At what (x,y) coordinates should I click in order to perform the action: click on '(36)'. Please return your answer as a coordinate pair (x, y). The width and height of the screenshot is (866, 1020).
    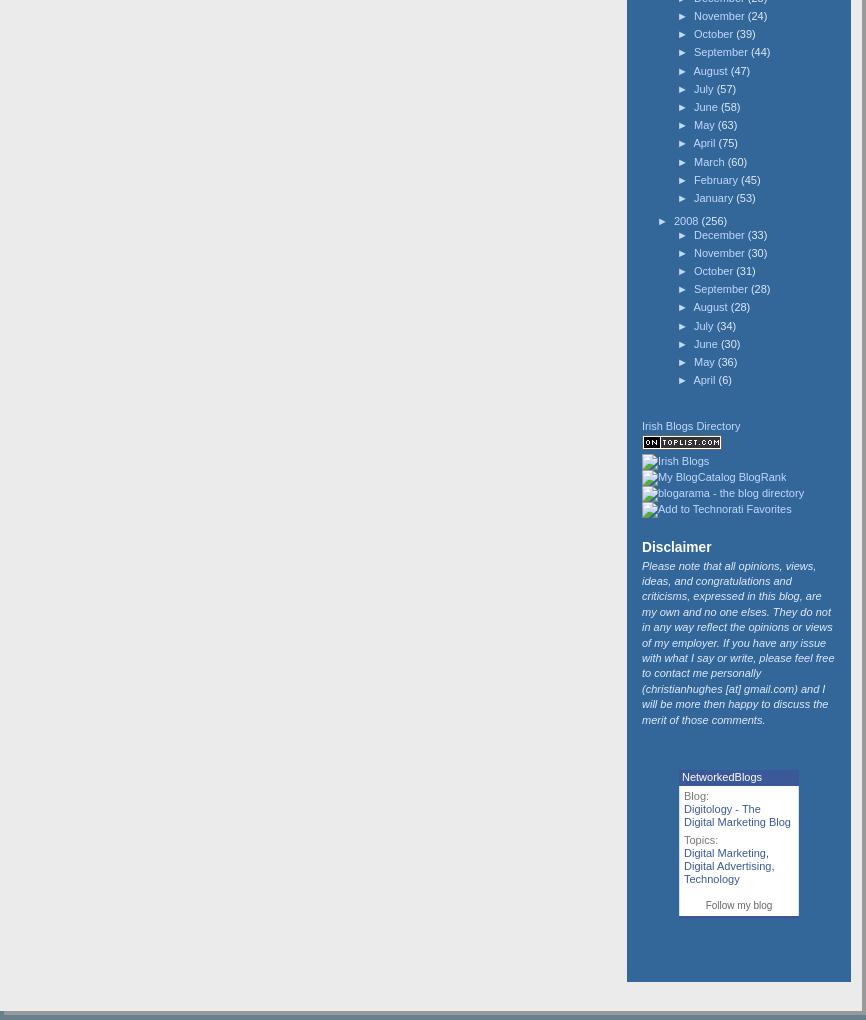
    Looking at the image, I should click on (715, 359).